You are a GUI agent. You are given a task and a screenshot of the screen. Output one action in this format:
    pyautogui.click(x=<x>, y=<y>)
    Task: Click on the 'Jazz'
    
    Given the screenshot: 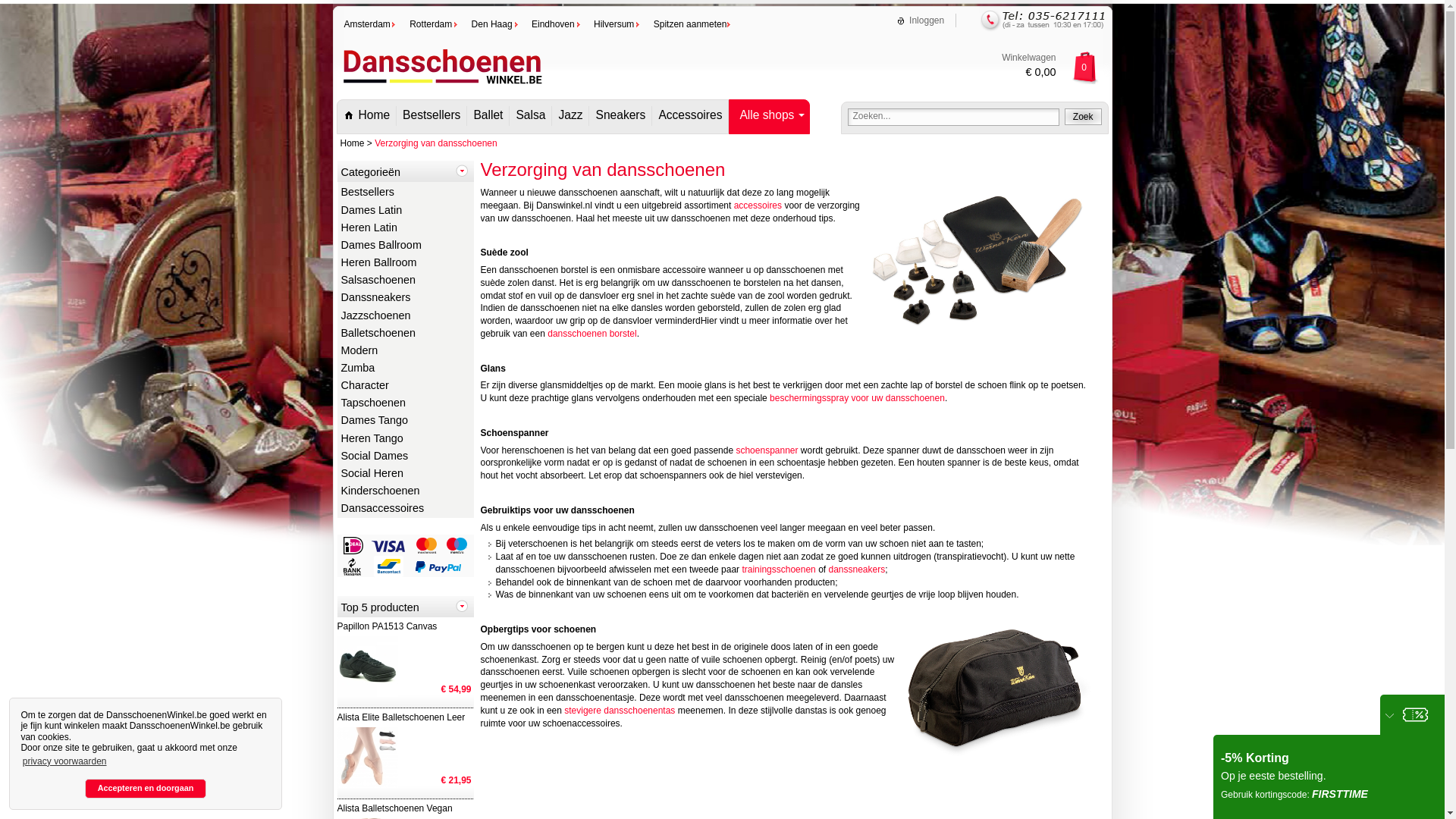 What is the action you would take?
    pyautogui.click(x=569, y=115)
    